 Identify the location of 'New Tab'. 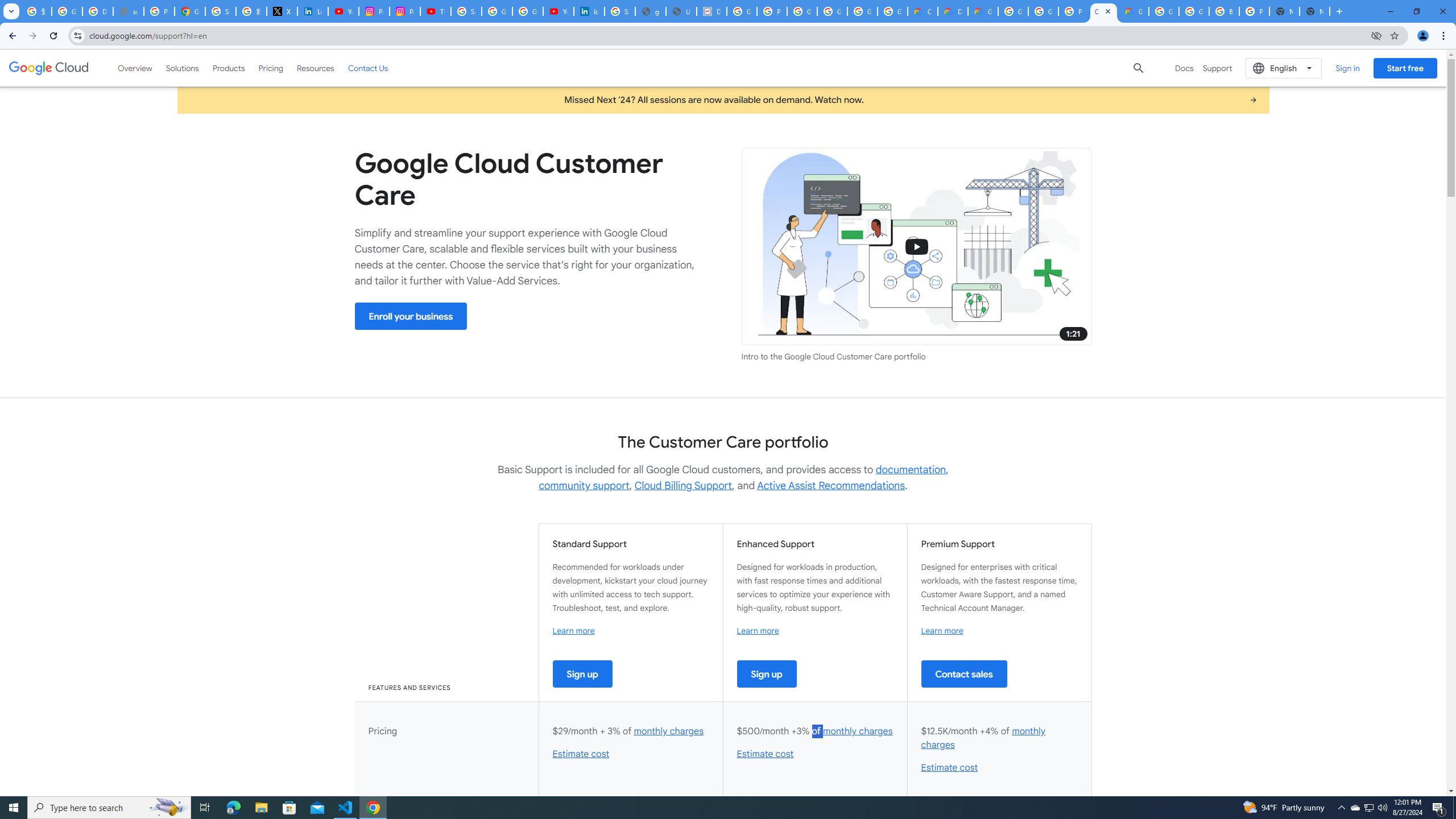
(1314, 11).